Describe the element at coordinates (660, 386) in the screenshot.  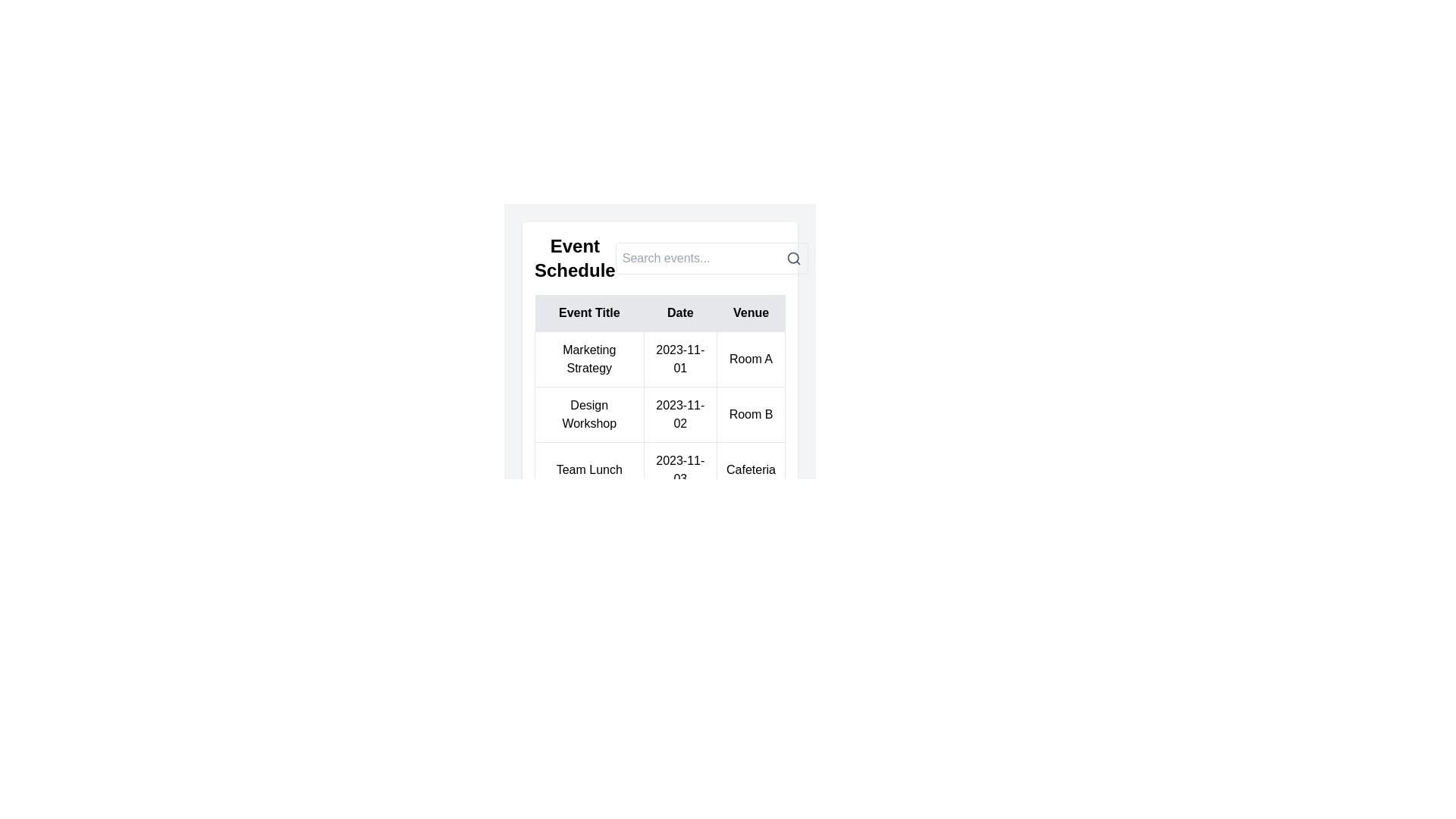
I see `schedule table element that displays event details such as title, date, and venue, located centrally above the 'Add Event' button and below the 'Search events...' input box` at that location.